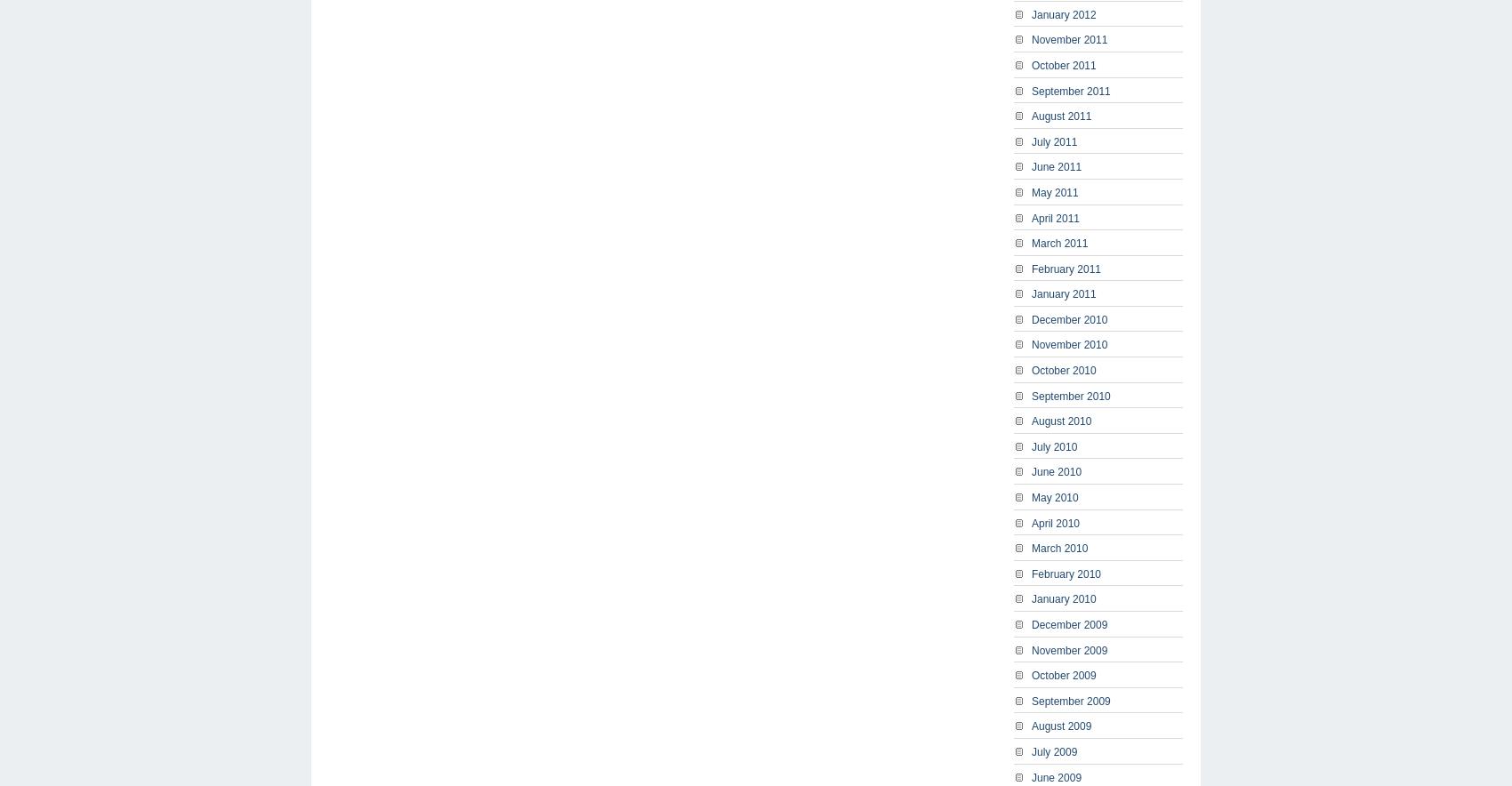  I want to click on 'March 2011', so click(1058, 243).